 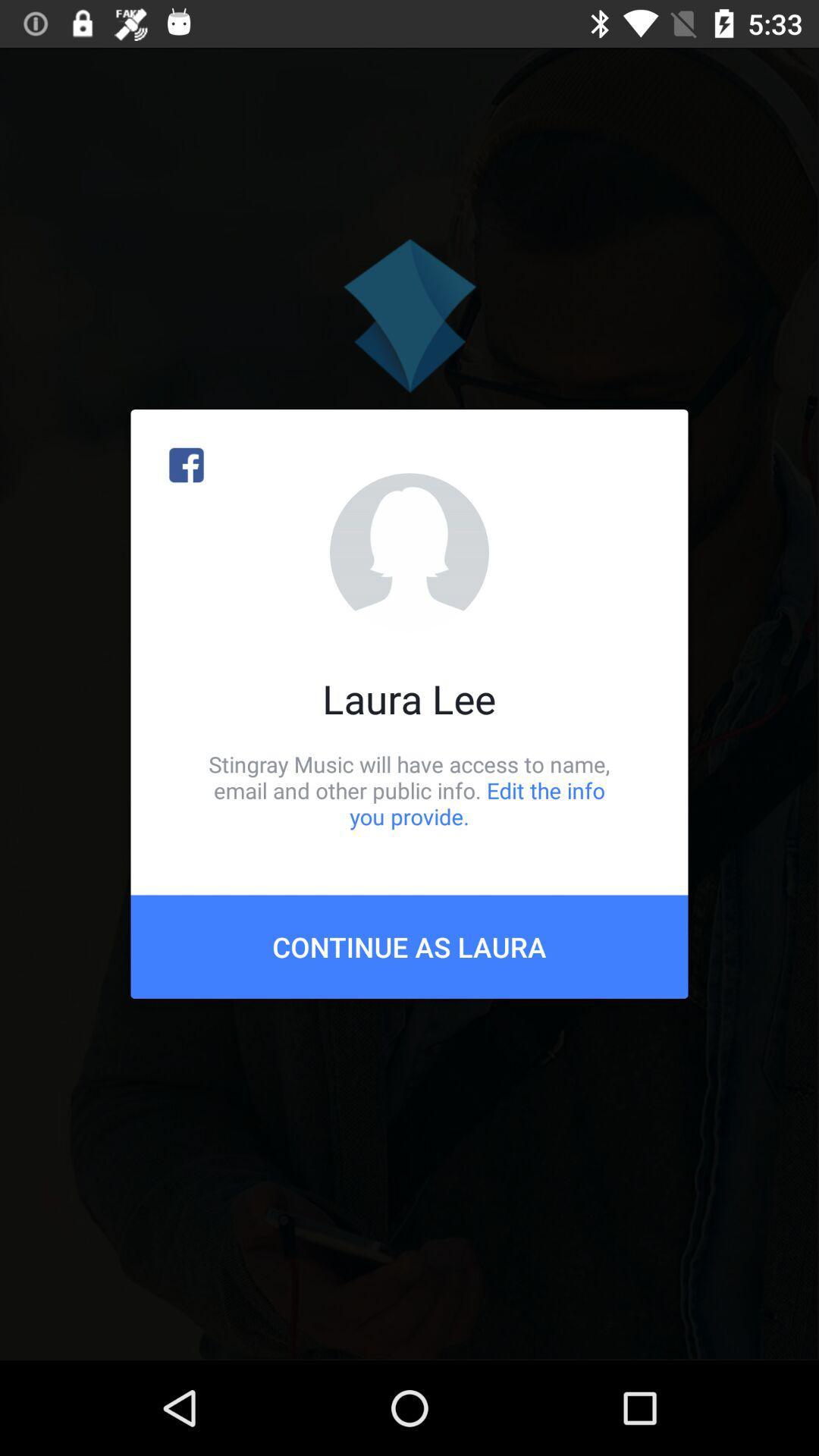 What do you see at coordinates (409, 789) in the screenshot?
I see `the stingray music will` at bounding box center [409, 789].